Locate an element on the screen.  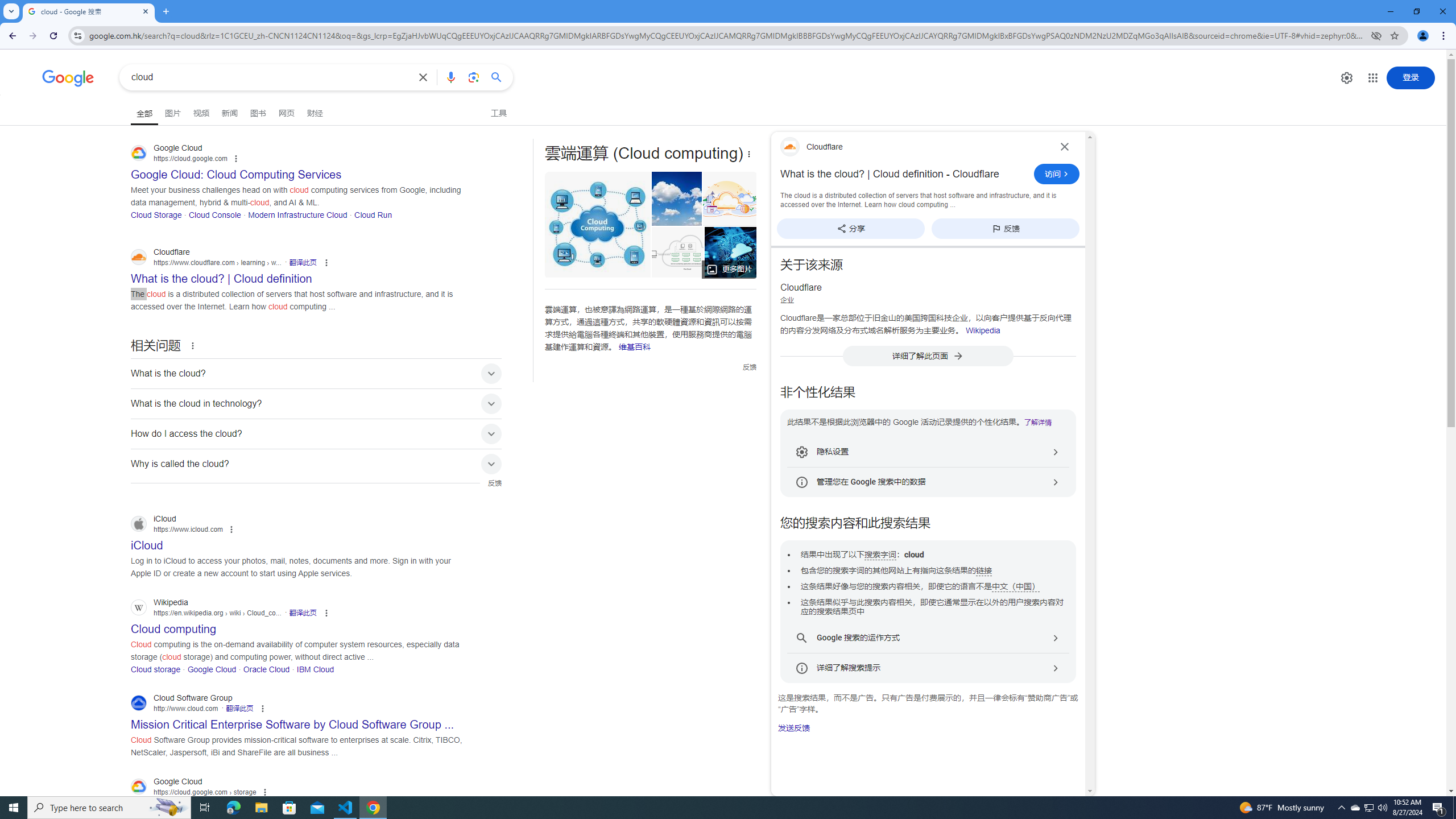
'What is cloud computing? Everything you need to know now ...' is located at coordinates (730, 252).